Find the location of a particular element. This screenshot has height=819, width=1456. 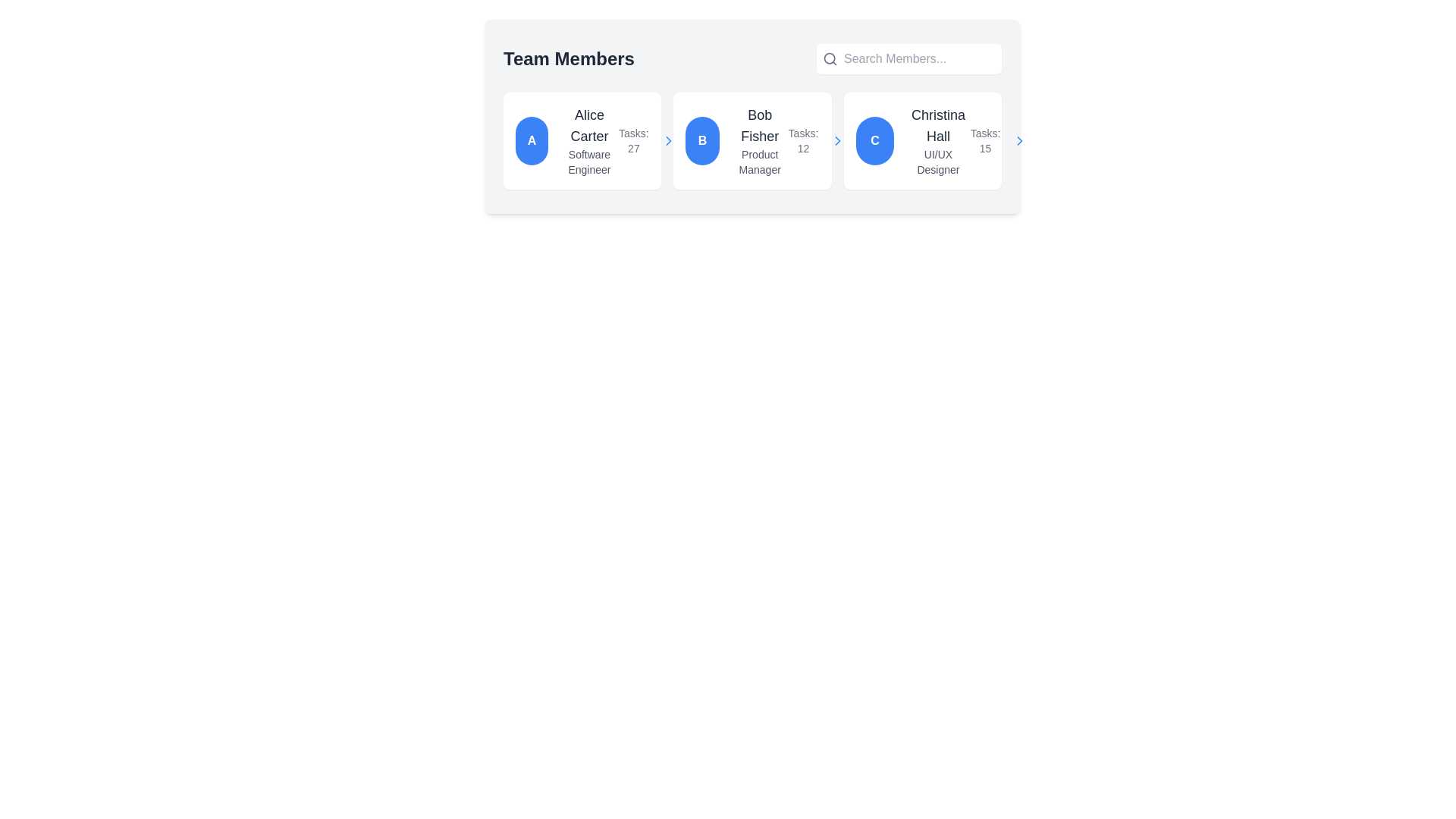

the graphic icon representing 'Alice Carter', located to the left of the text 'Alice Carter' and 'Software Engineer' is located at coordinates (532, 140).